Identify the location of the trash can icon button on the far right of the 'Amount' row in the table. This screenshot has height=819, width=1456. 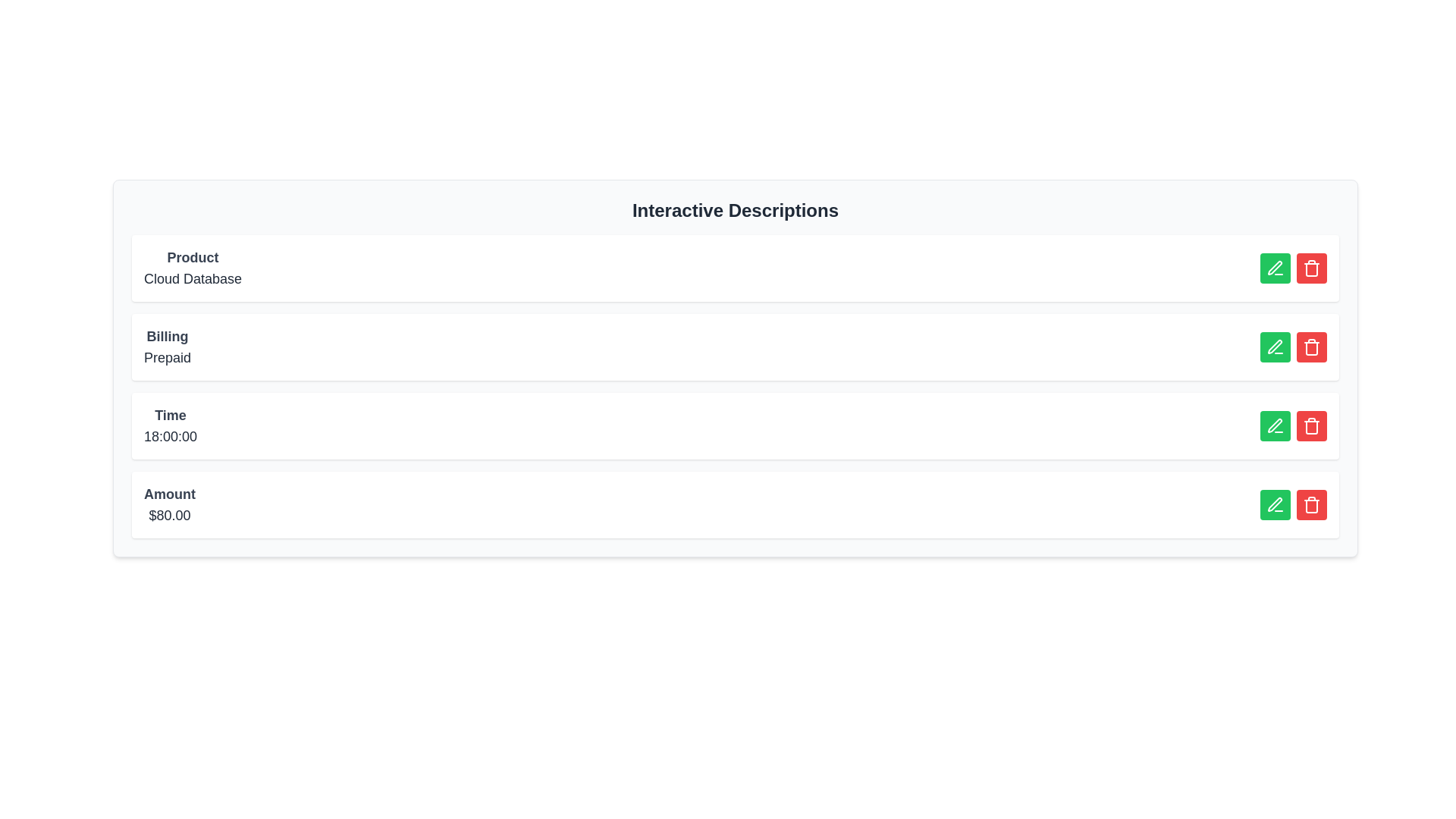
(1310, 505).